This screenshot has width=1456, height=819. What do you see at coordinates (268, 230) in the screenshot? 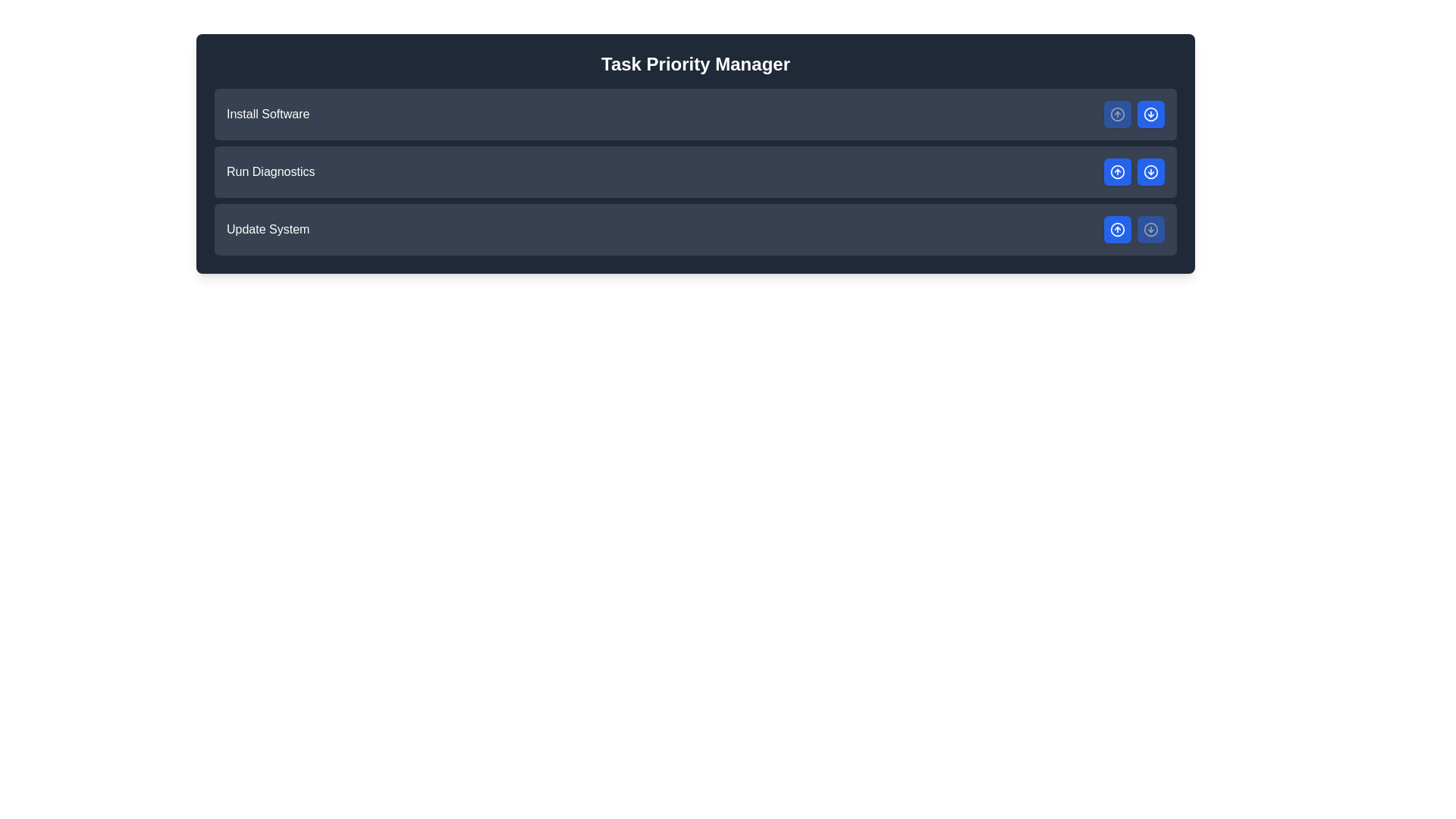
I see `the label indicating the option to update the system in the third row of the 'Task Priority Manager' list` at bounding box center [268, 230].